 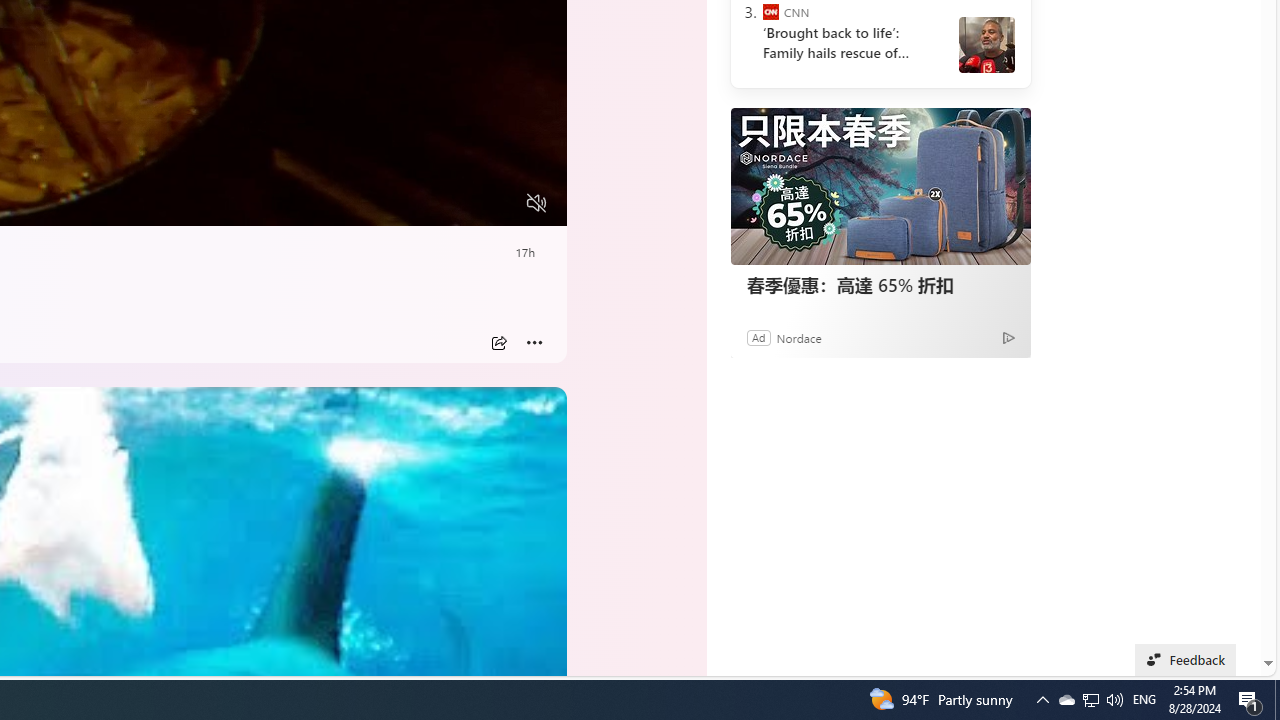 I want to click on 'Share', so click(x=498, y=342).